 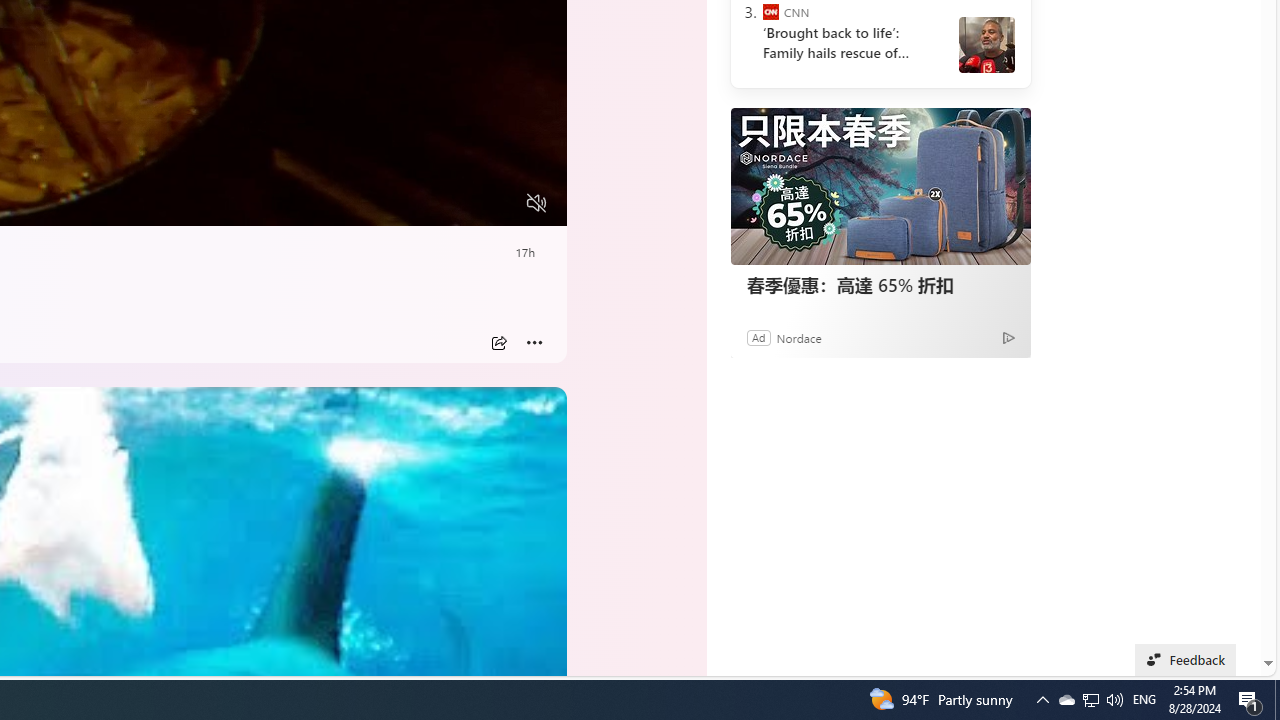 I want to click on 'Share', so click(x=498, y=342).